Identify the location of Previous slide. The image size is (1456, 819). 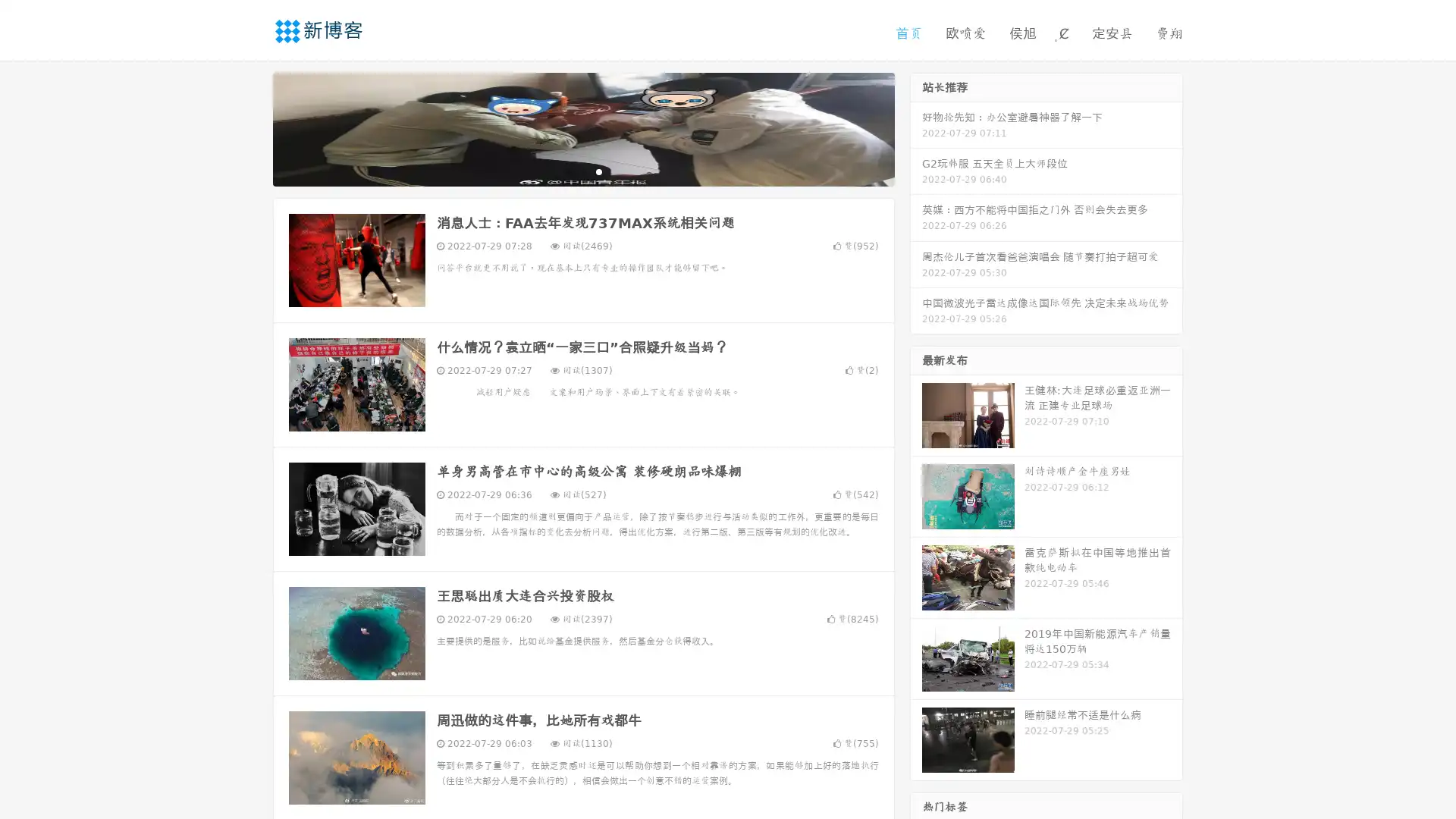
(250, 127).